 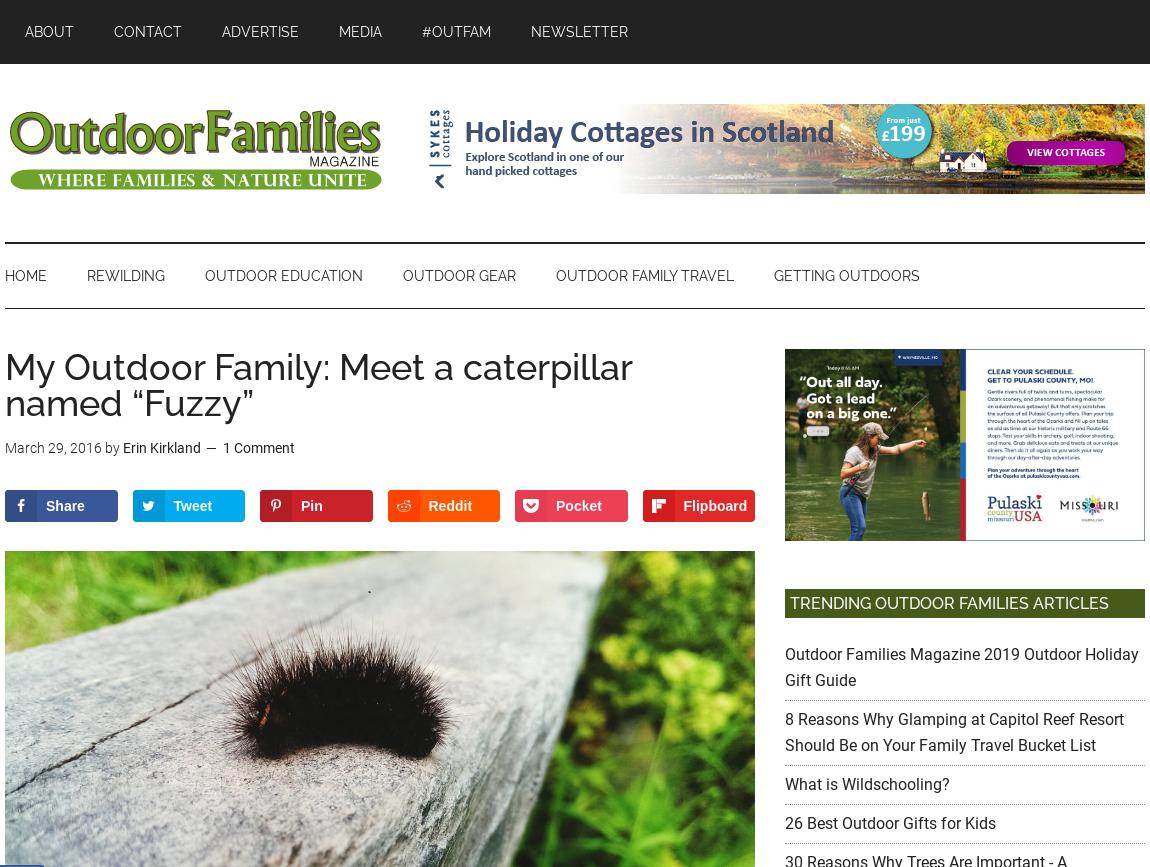 I want to click on 'Advertise', so click(x=259, y=31).